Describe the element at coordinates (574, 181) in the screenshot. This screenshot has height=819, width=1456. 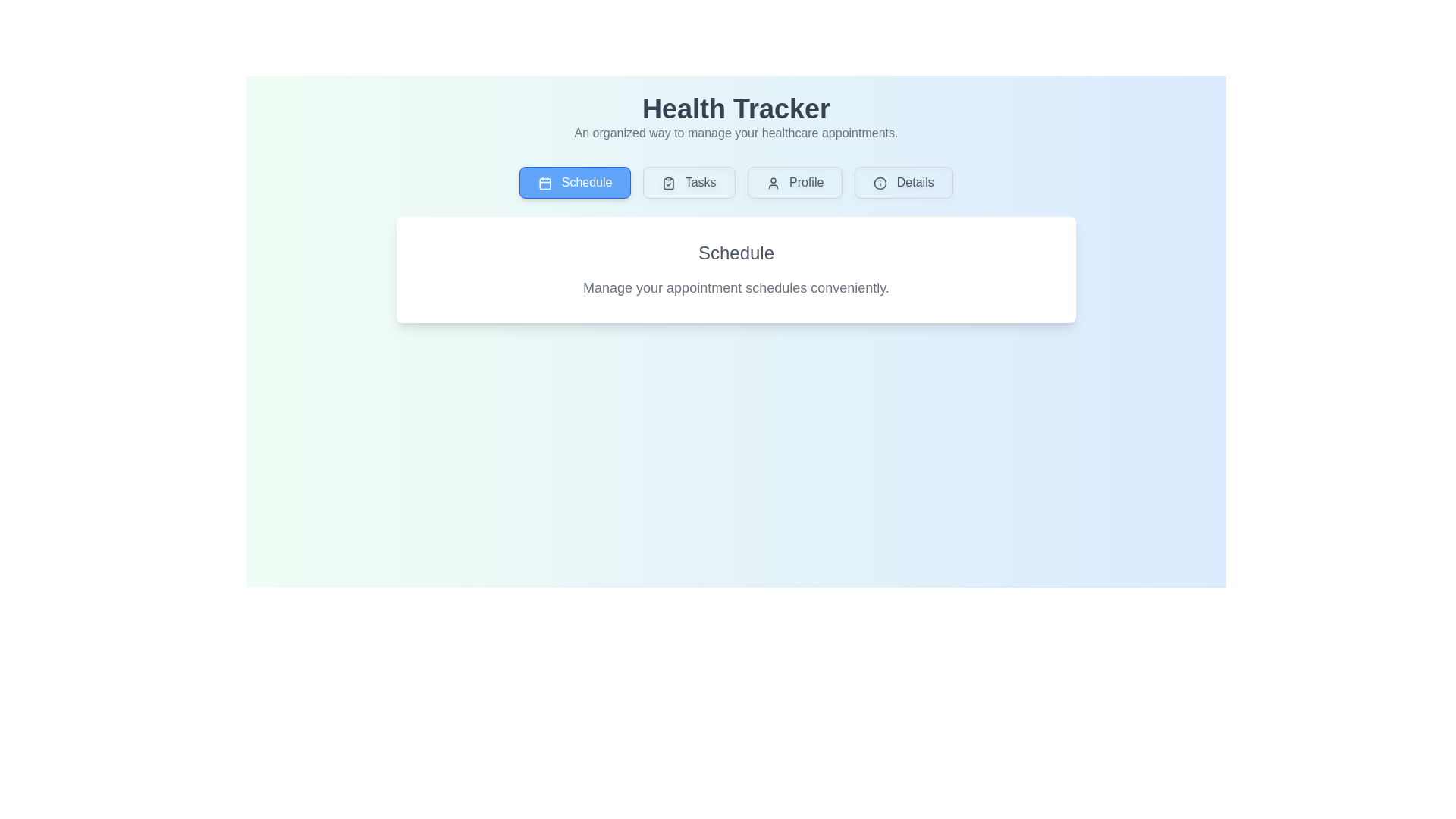
I see `the tab button labeled Schedule` at that location.